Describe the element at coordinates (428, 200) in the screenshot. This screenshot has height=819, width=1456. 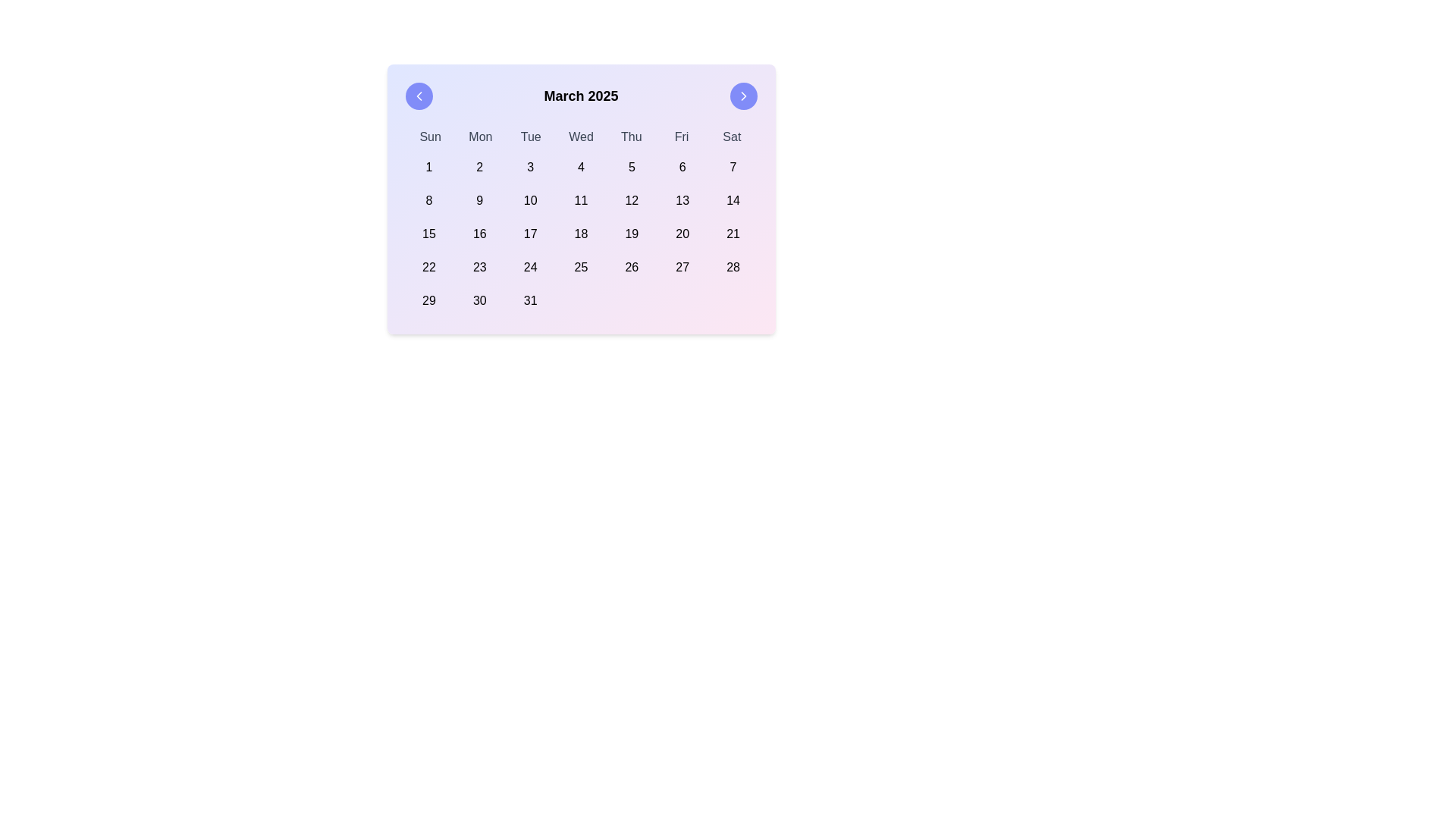
I see `the button displaying the number '8' located` at that location.